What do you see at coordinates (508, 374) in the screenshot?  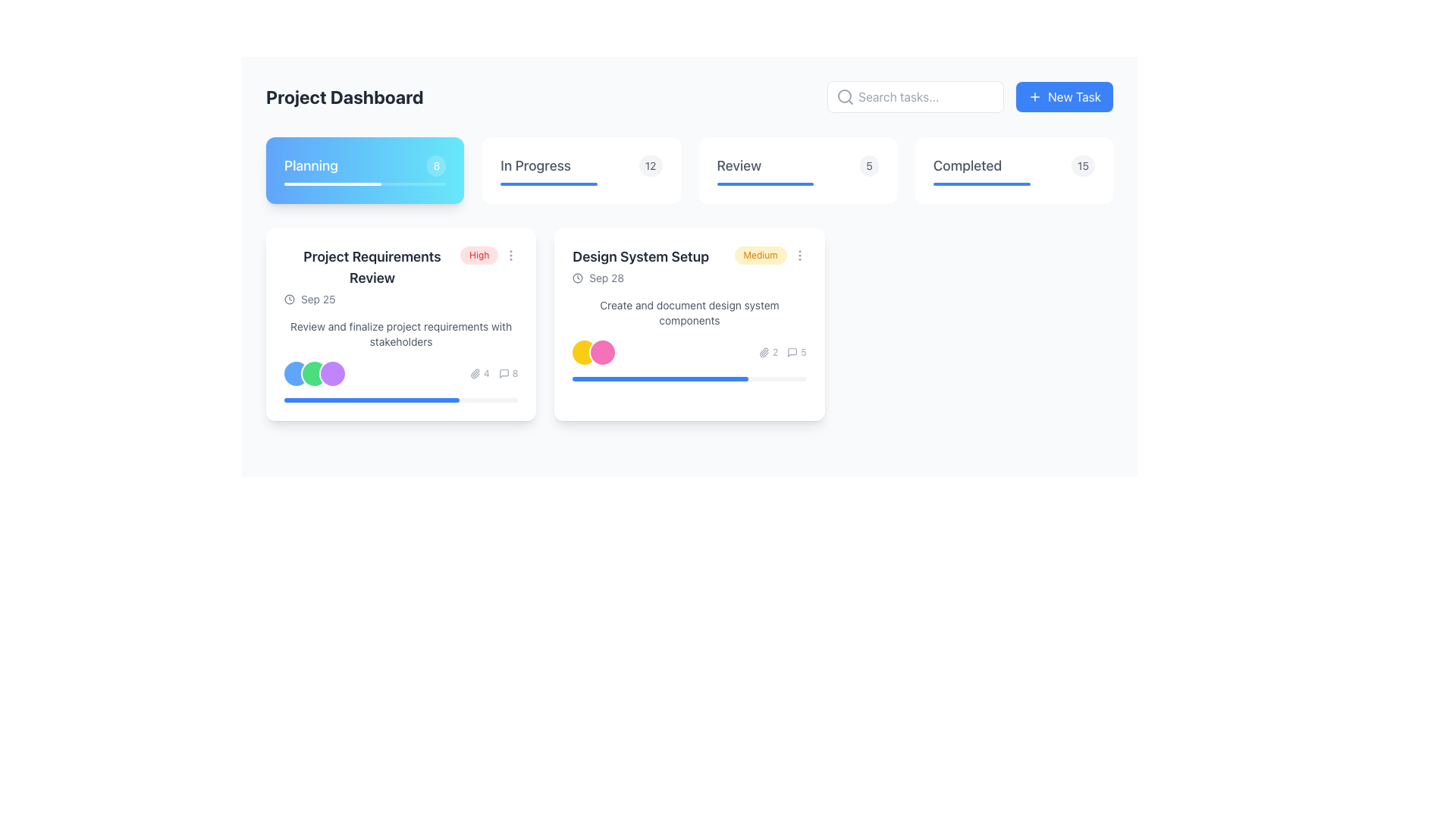 I see `the Comment indicator displaying the number of comments located in the lower right section of the 'Project Requirements Review' card, next to a paperclip icon and the number '4'` at bounding box center [508, 374].